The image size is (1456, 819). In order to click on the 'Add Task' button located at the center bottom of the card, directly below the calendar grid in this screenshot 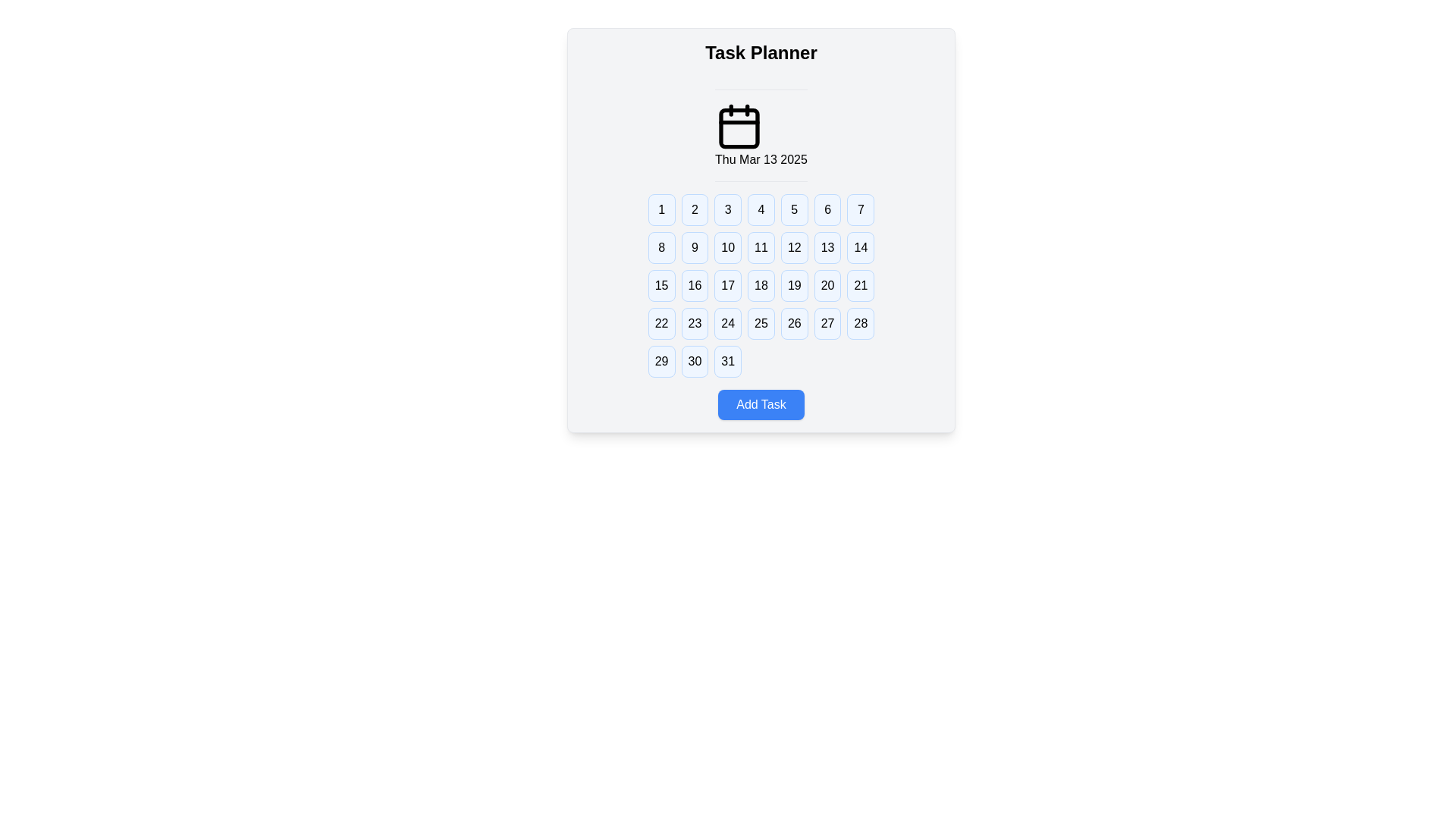, I will do `click(761, 403)`.